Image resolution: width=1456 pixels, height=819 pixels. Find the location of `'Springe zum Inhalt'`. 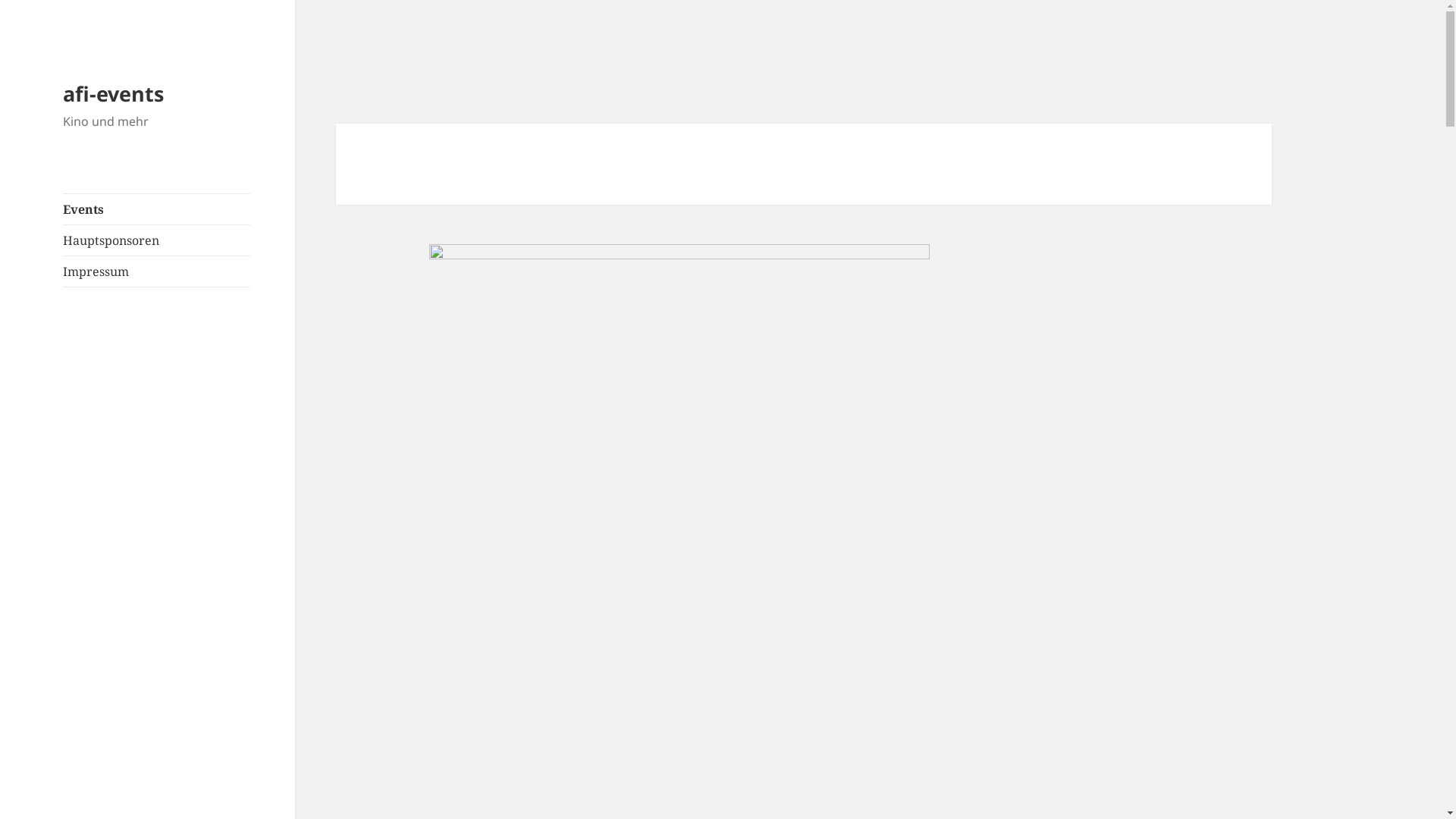

'Springe zum Inhalt' is located at coordinates (0, 0).